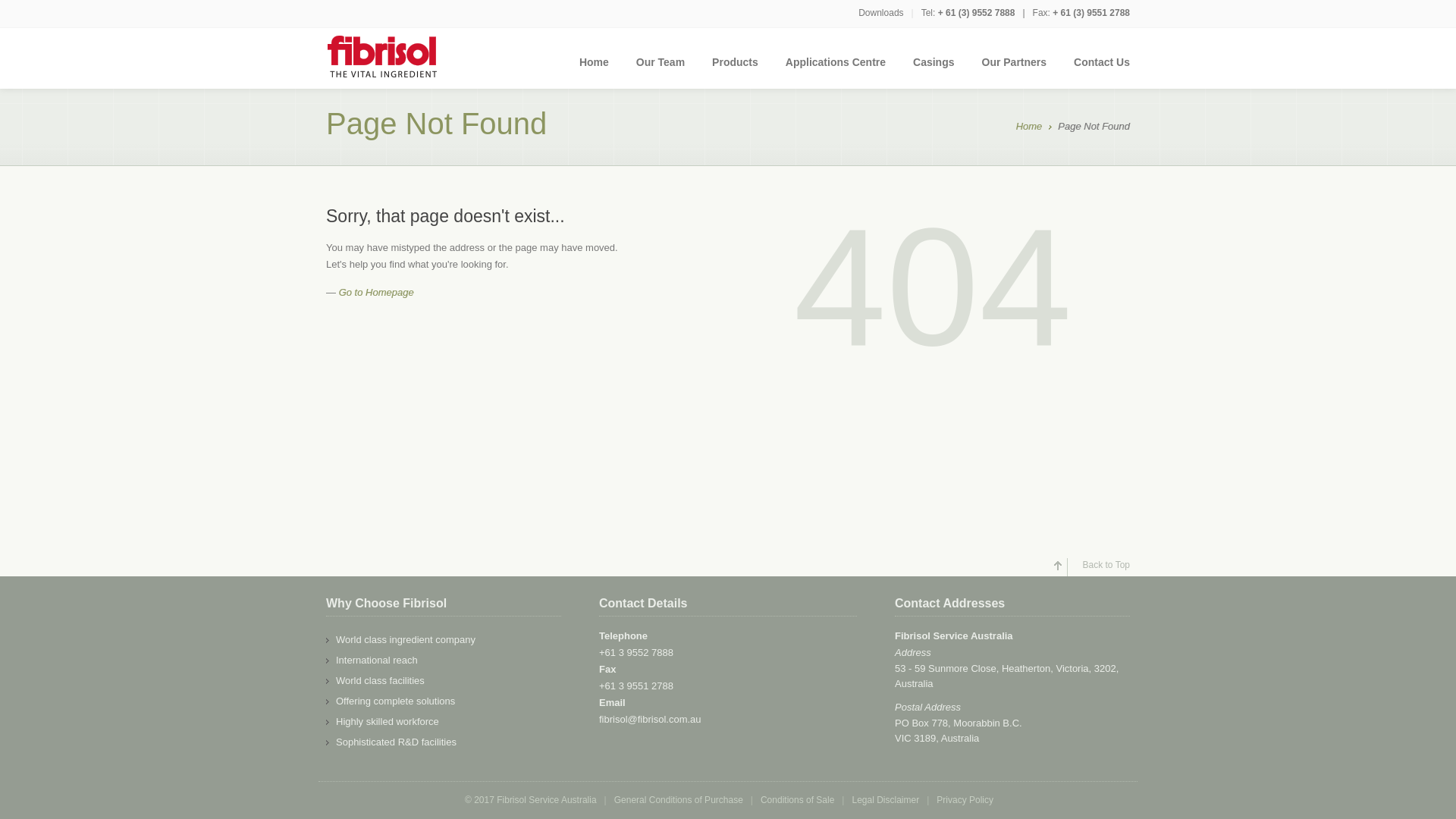 The width and height of the screenshot is (1456, 819). Describe the element at coordinates (593, 70) in the screenshot. I see `'Home'` at that location.